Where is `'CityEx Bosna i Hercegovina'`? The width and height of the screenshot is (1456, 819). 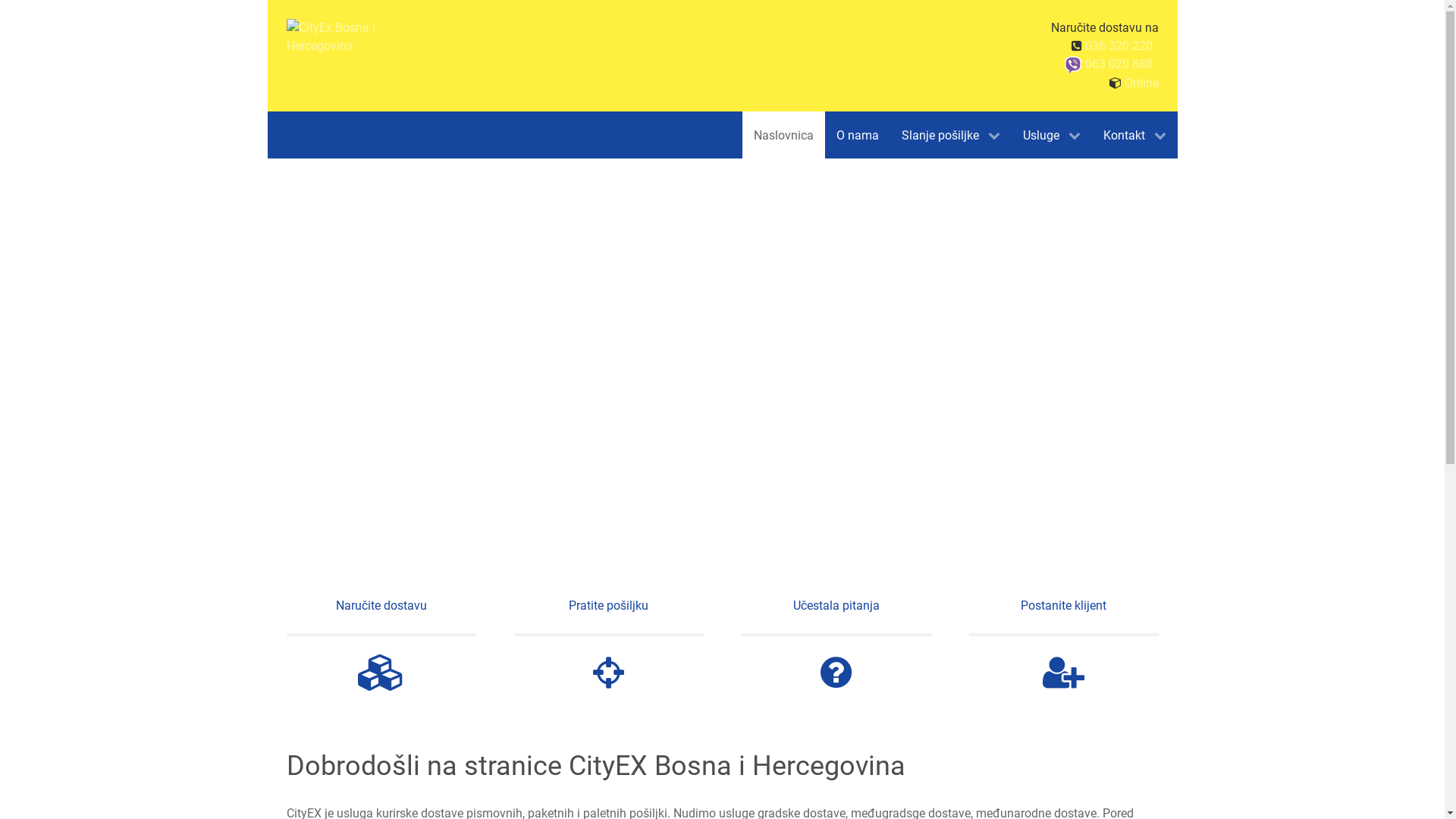 'CityEx Bosna i Hercegovina' is located at coordinates (287, 36).